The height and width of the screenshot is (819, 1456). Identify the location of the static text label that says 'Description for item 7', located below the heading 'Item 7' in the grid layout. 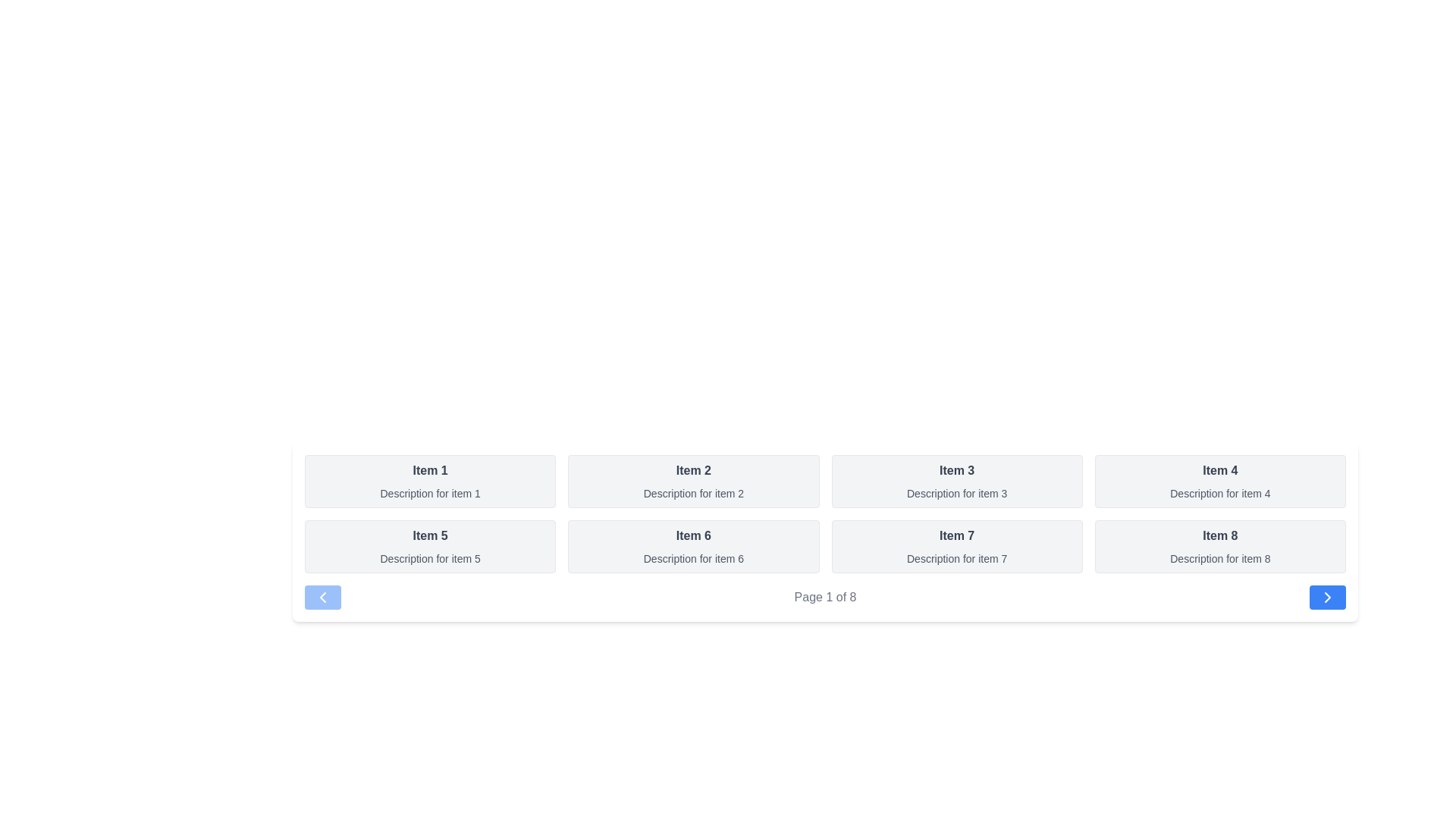
(956, 558).